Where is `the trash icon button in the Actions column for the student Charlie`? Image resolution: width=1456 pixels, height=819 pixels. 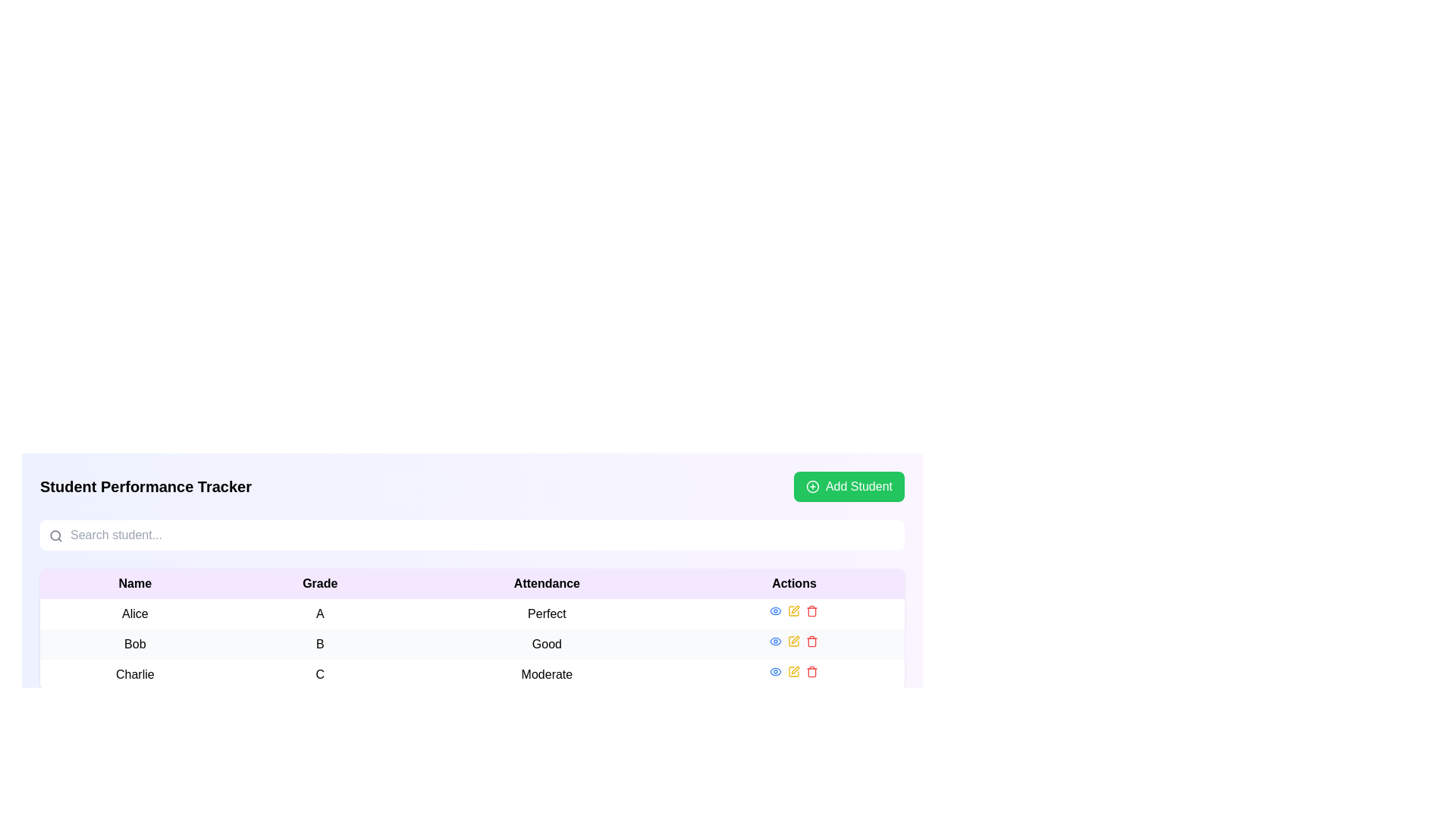
the trash icon button in the Actions column for the student Charlie is located at coordinates (811, 611).